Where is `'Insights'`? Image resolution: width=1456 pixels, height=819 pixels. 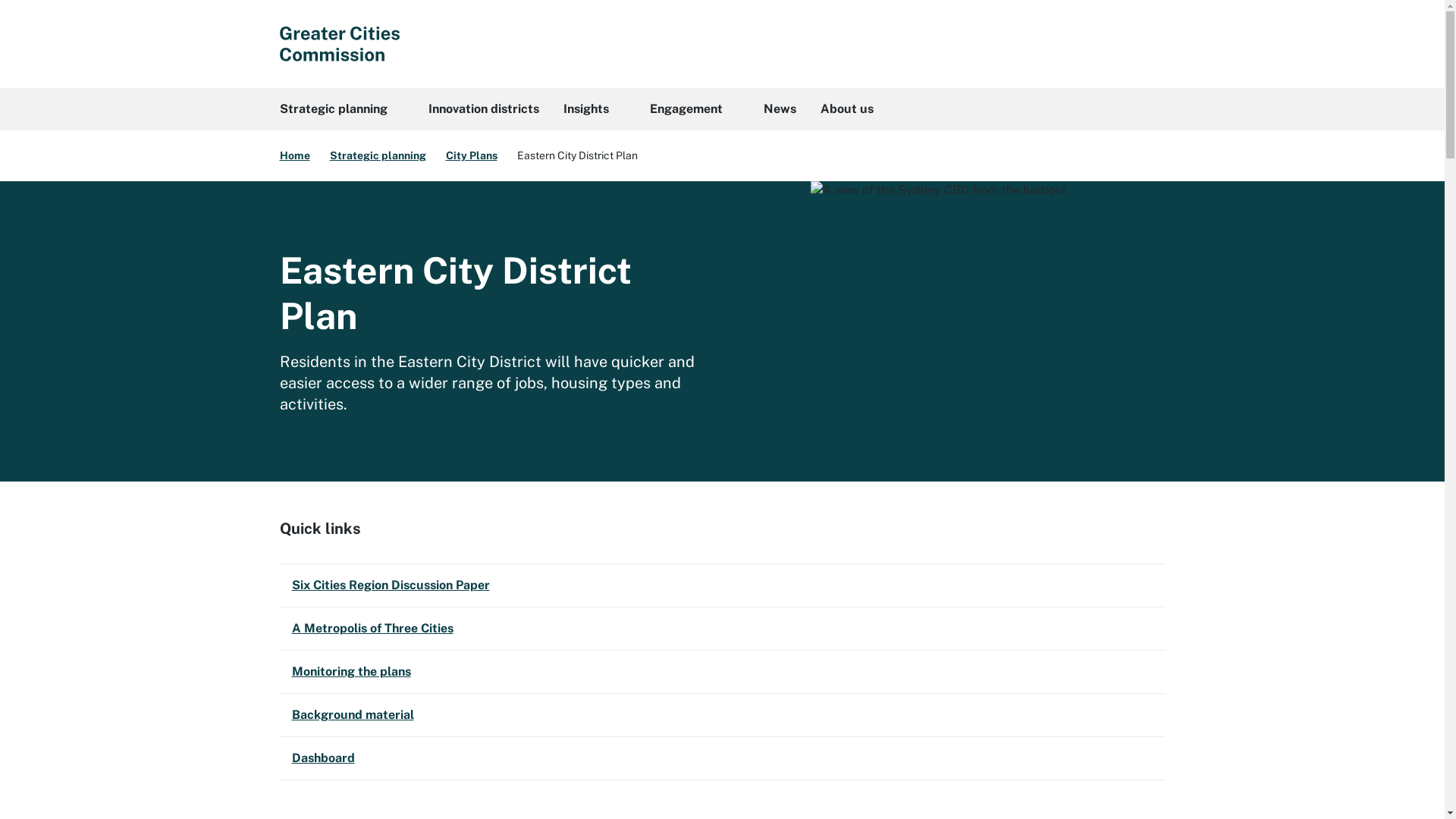 'Insights' is located at coordinates (592, 108).